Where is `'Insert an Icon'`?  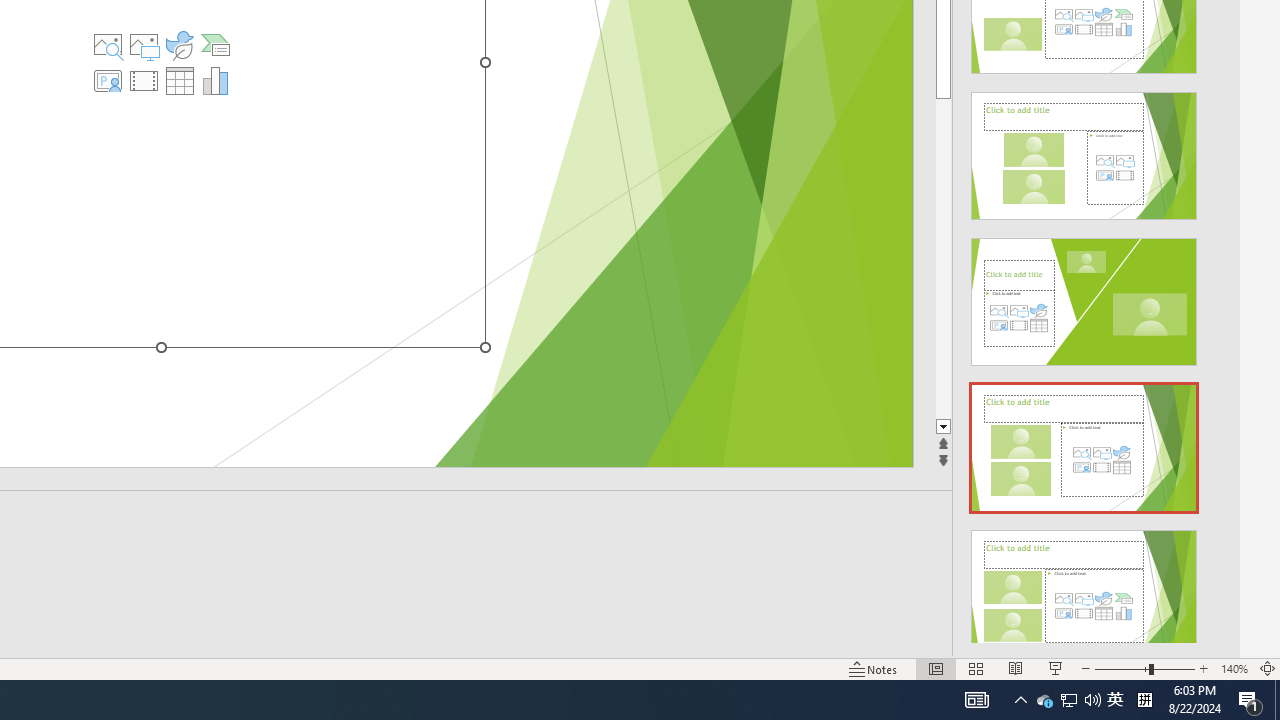
'Insert an Icon' is located at coordinates (179, 45).